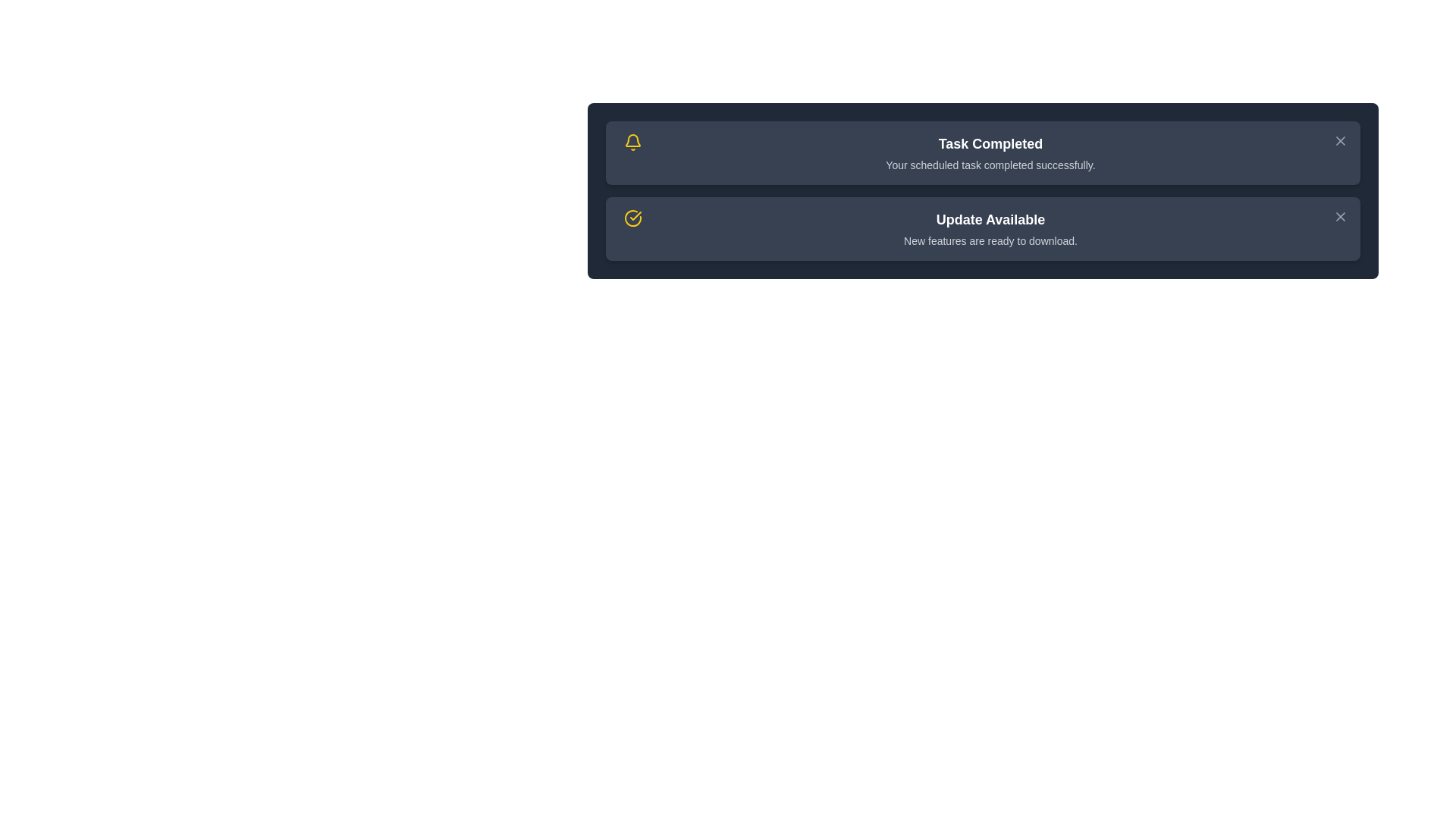 The image size is (1456, 819). I want to click on the close button to dismiss the event, so click(1340, 140).